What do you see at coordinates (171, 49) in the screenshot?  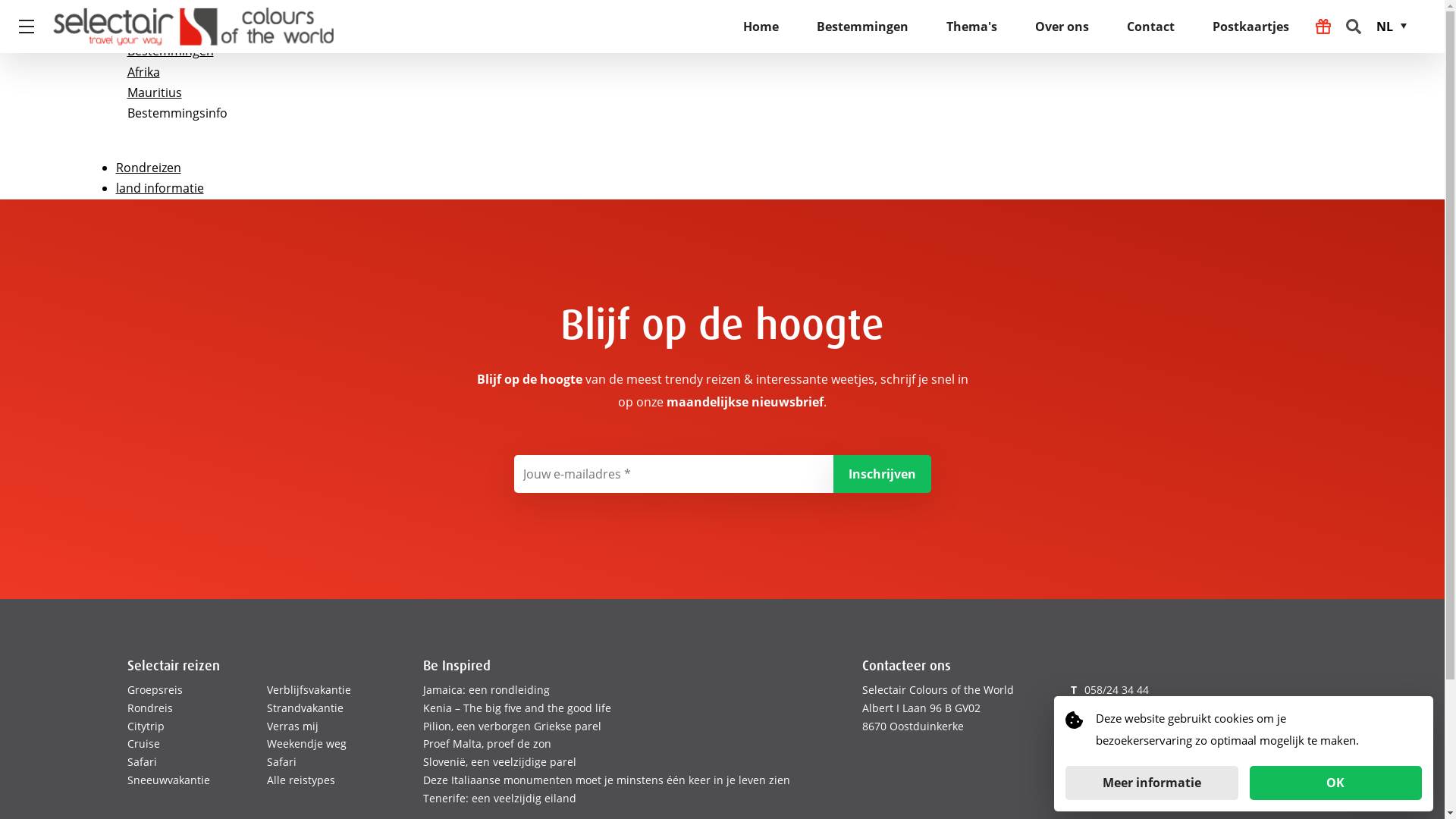 I see `'Bestemmingen'` at bounding box center [171, 49].